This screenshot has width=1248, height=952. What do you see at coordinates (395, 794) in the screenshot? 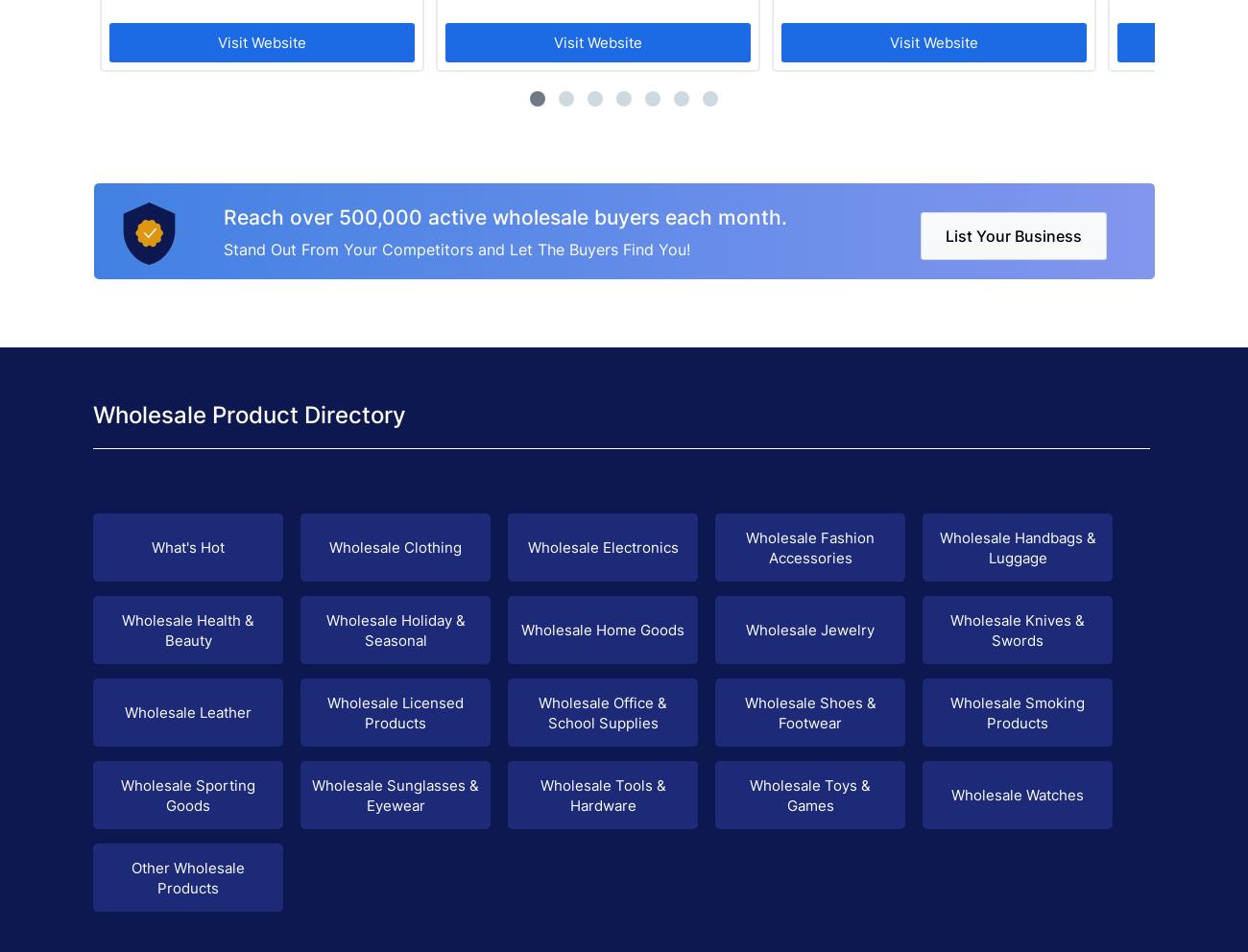
I see `'Wholesale Sunglasses & Eyewear'` at bounding box center [395, 794].